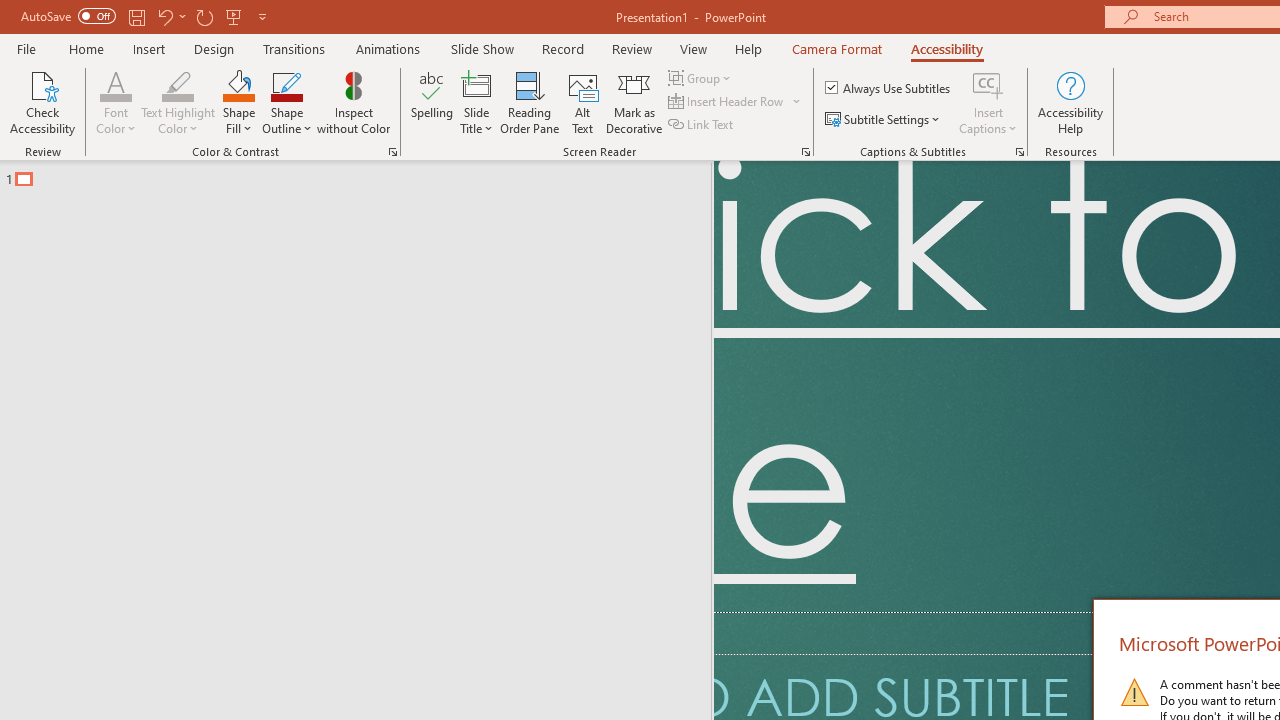  Describe the element at coordinates (475, 103) in the screenshot. I see `'Slide Title'` at that location.